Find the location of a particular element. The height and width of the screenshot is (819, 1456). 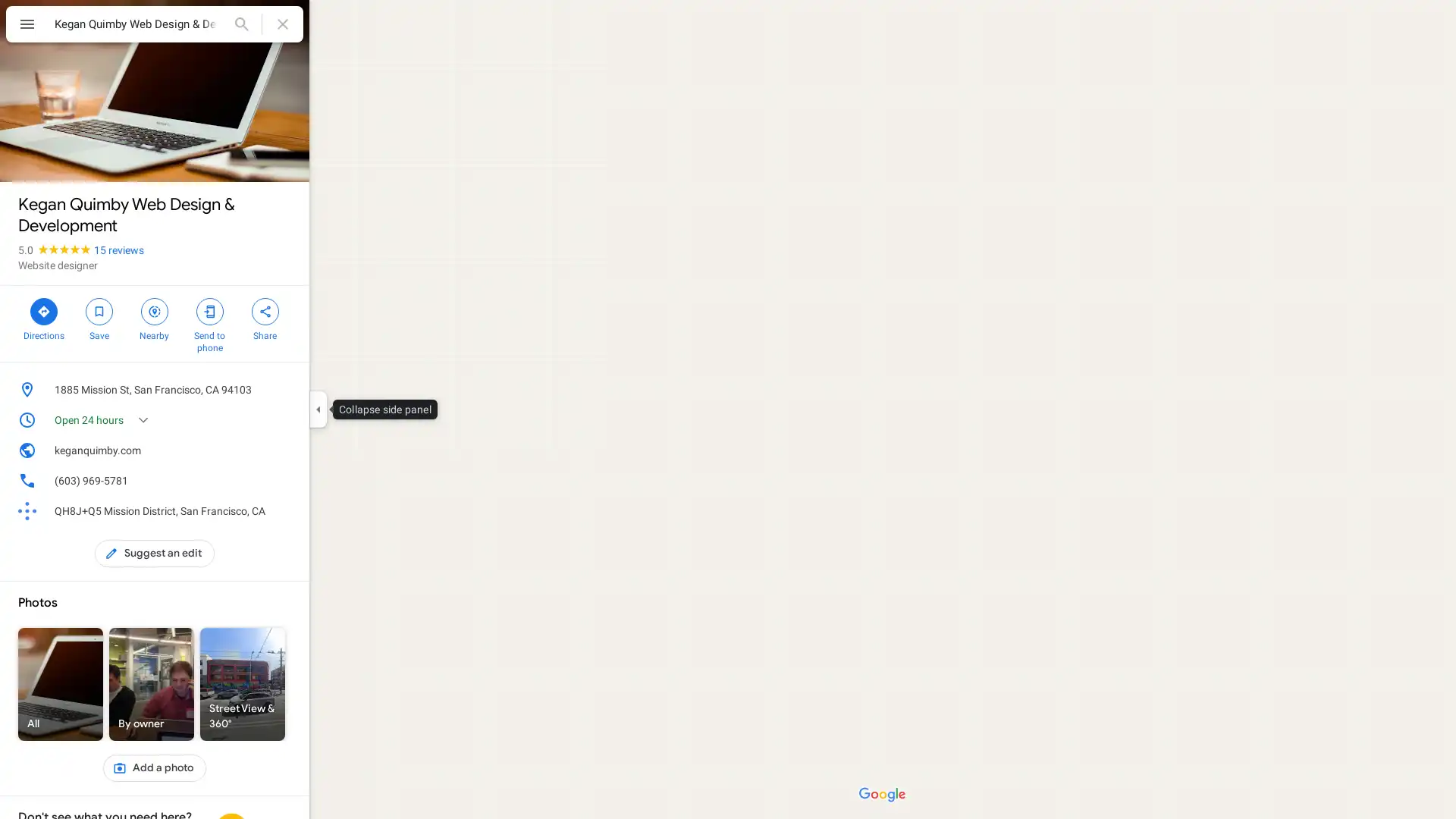

Save Kegan Quimby Web Design & Development in your lists is located at coordinates (98, 317).